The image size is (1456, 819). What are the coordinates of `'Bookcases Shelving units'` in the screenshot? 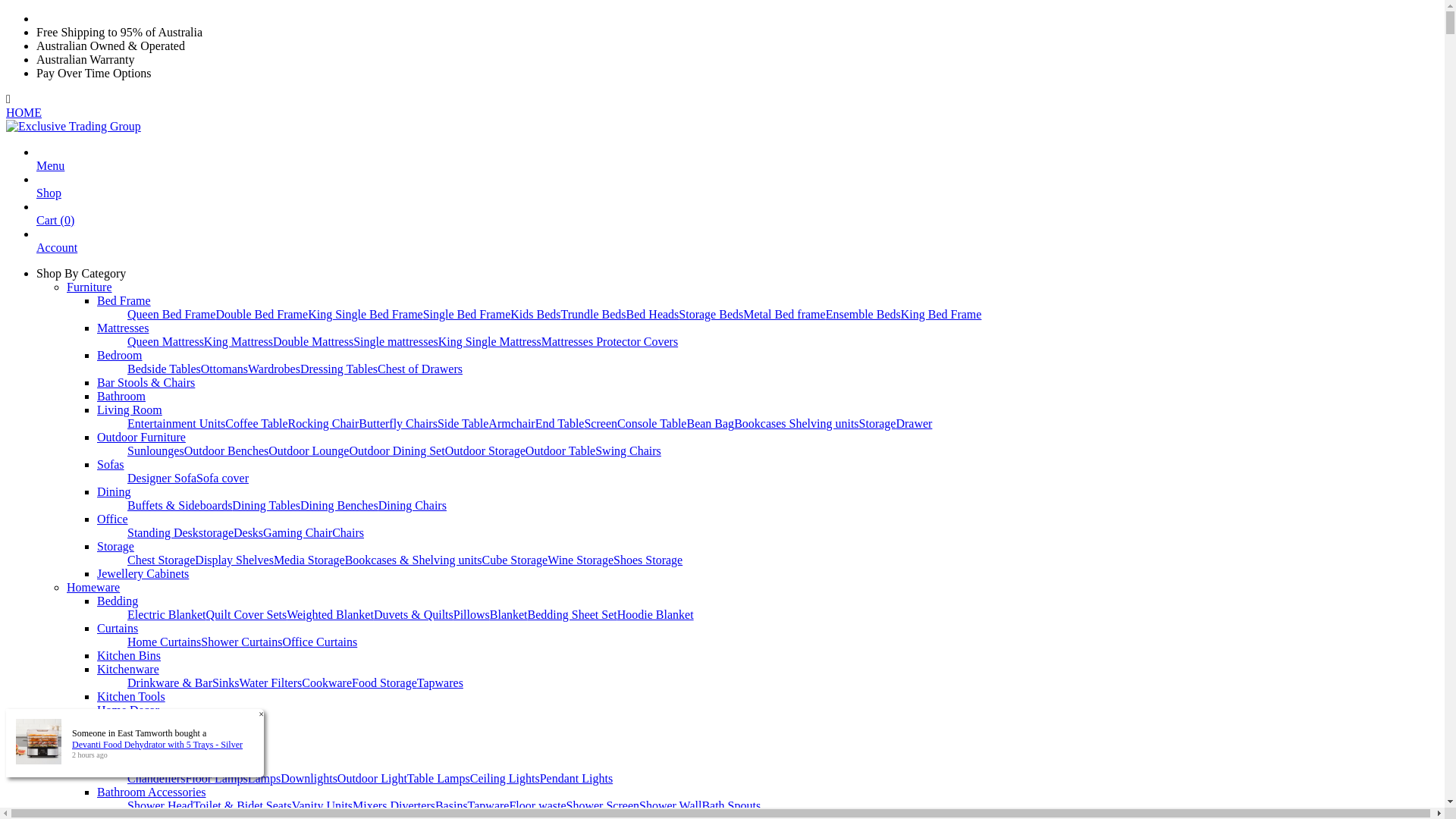 It's located at (795, 423).